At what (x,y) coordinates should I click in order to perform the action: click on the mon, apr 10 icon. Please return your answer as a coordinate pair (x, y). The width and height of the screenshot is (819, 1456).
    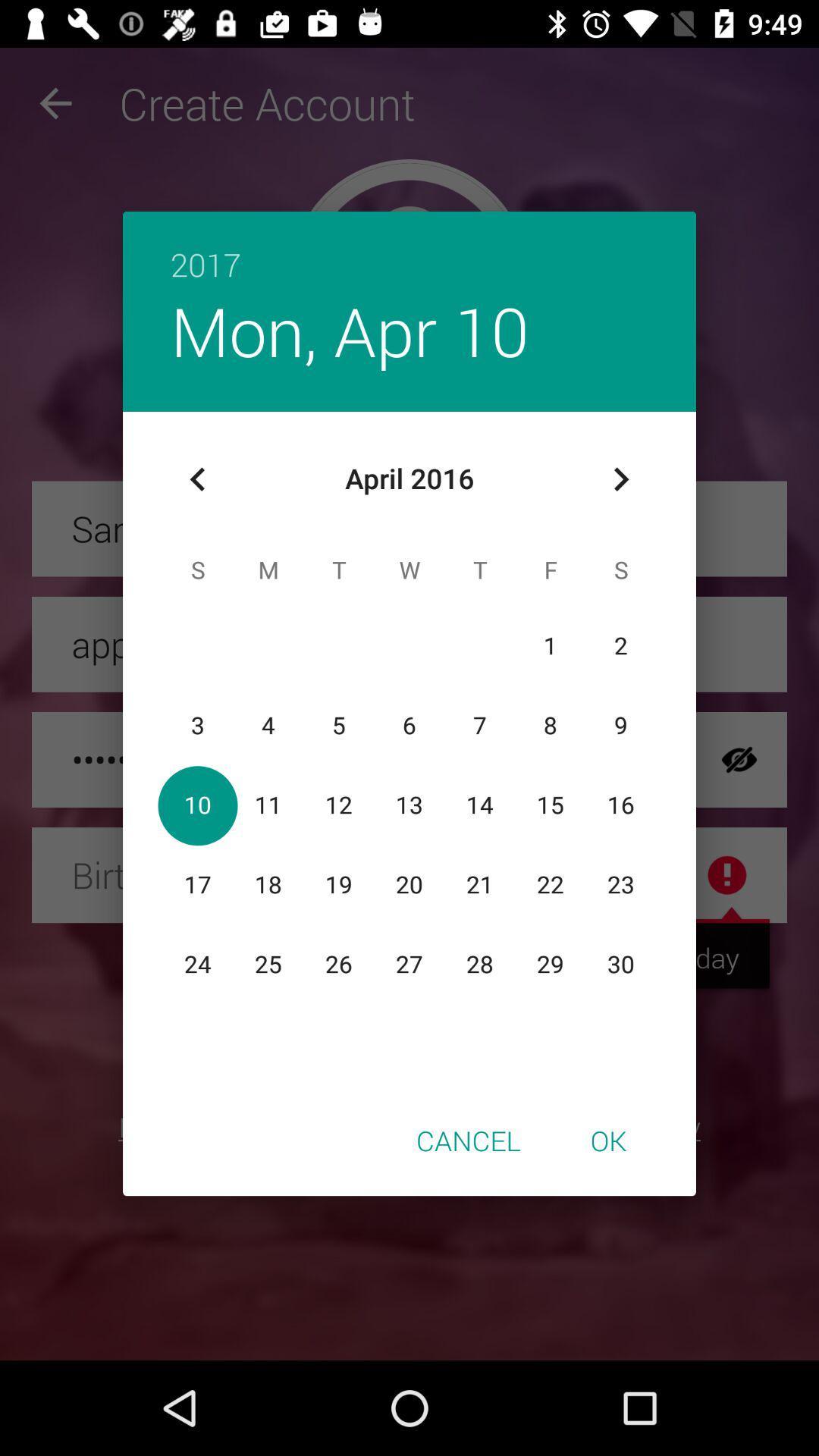
    Looking at the image, I should click on (350, 330).